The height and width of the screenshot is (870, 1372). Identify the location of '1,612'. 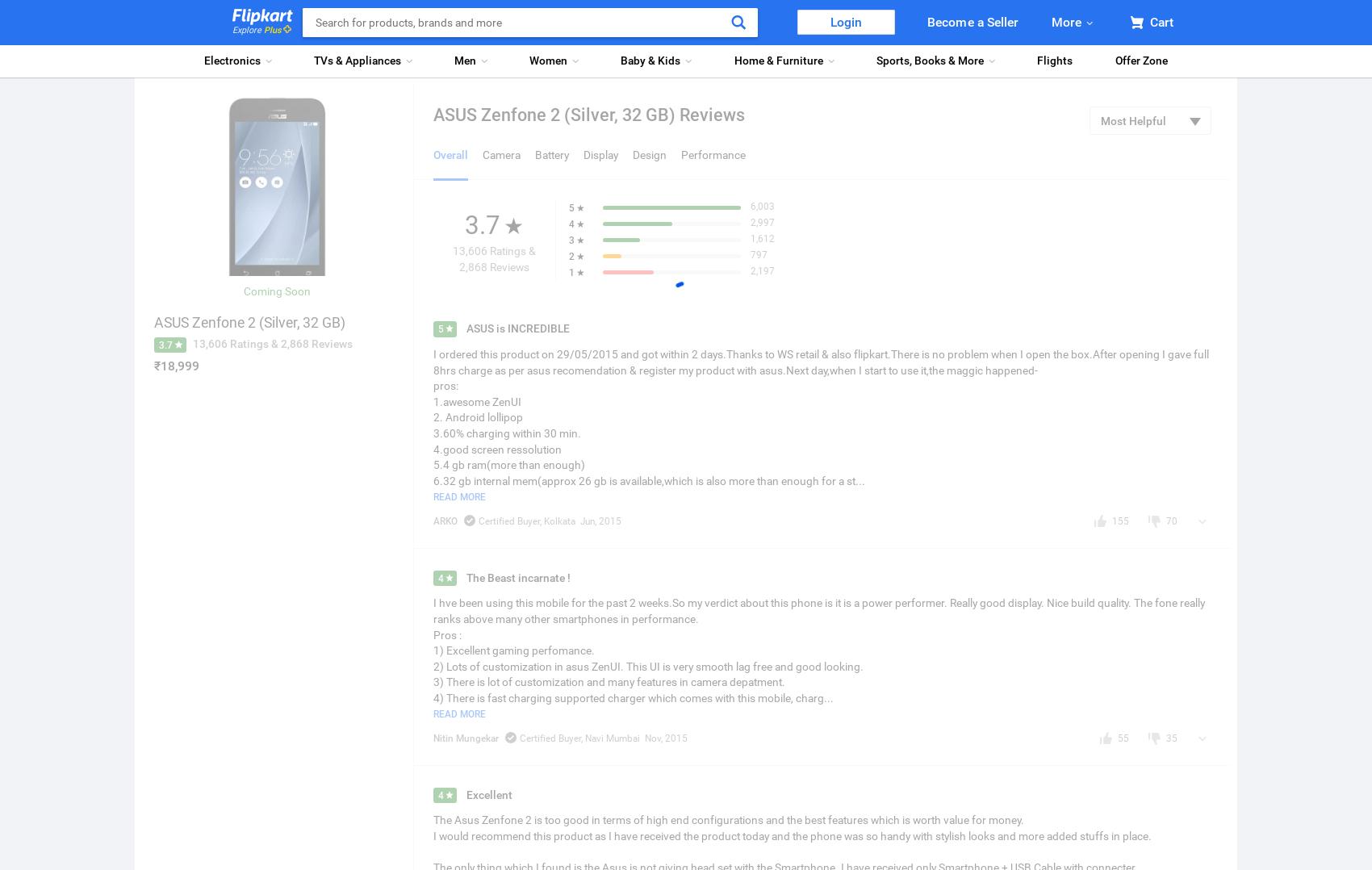
(763, 239).